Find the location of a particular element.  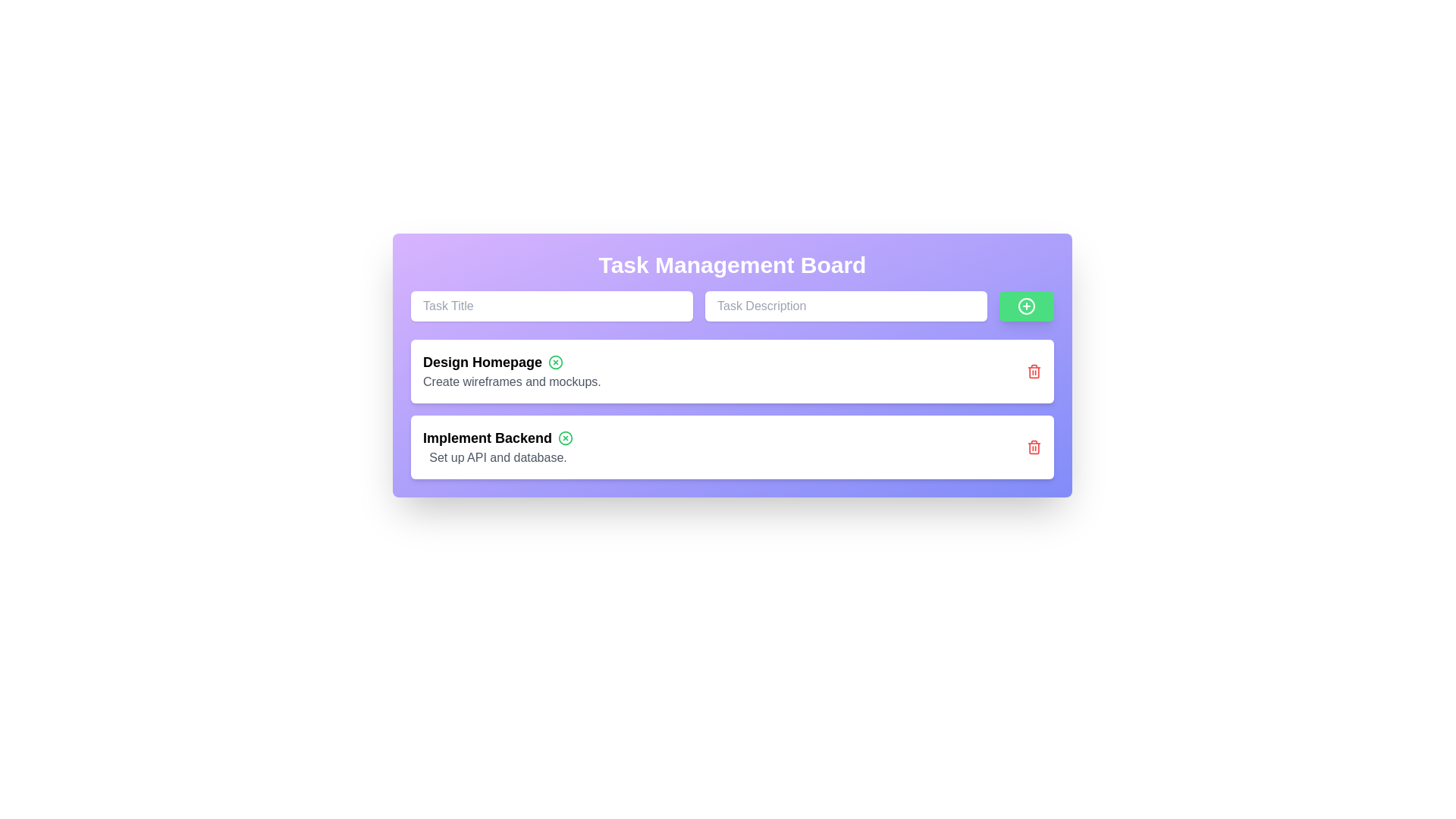

the first task card in the task management board that displays the task's title and a brief description is located at coordinates (512, 371).